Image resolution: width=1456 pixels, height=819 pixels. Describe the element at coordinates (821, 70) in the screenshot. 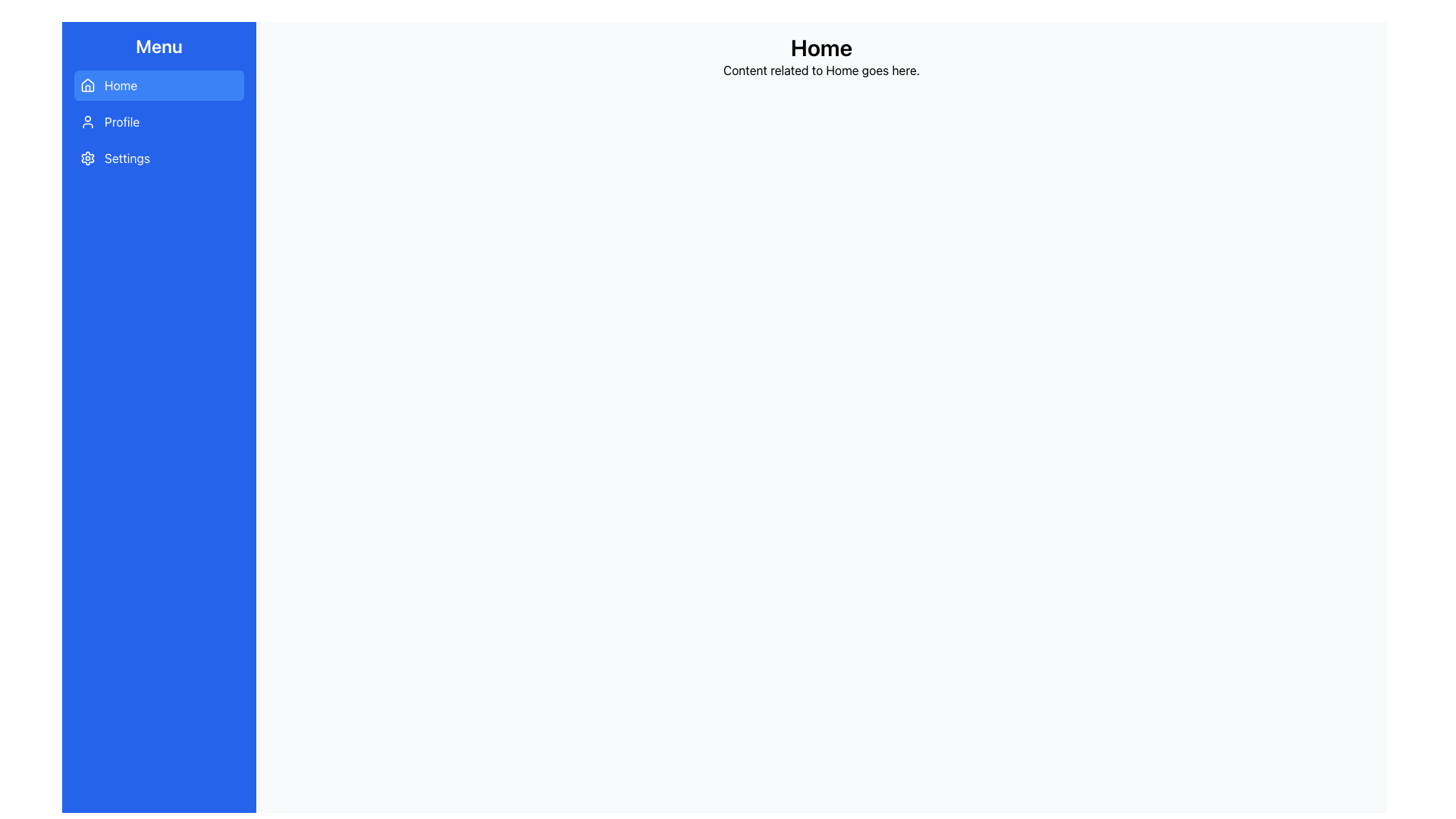

I see `the text element that reads 'Content related to Home goes here.' which is located directly below the 'Home' title text` at that location.